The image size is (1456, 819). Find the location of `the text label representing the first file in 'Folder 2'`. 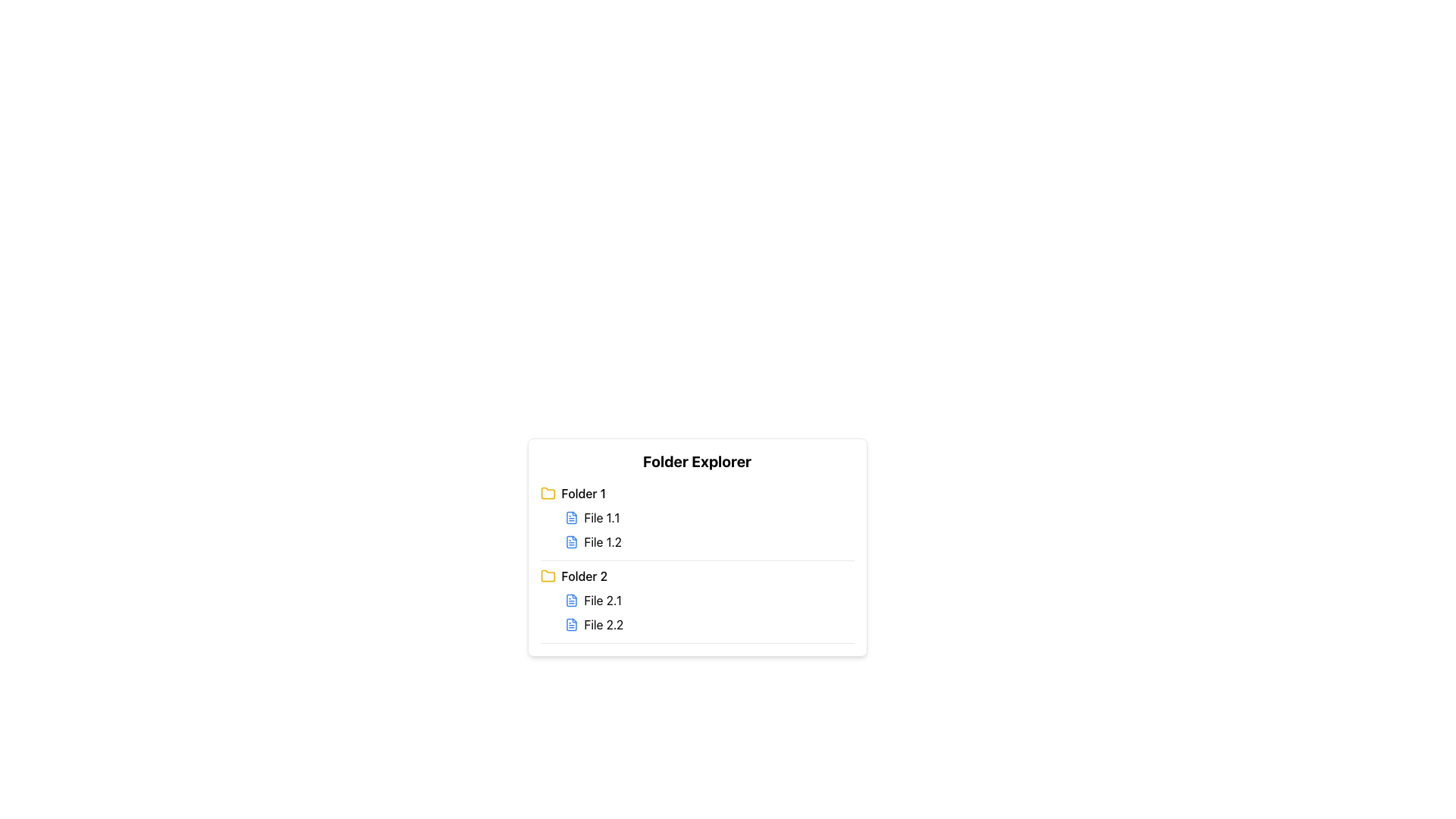

the text label representing the first file in 'Folder 2' is located at coordinates (602, 599).